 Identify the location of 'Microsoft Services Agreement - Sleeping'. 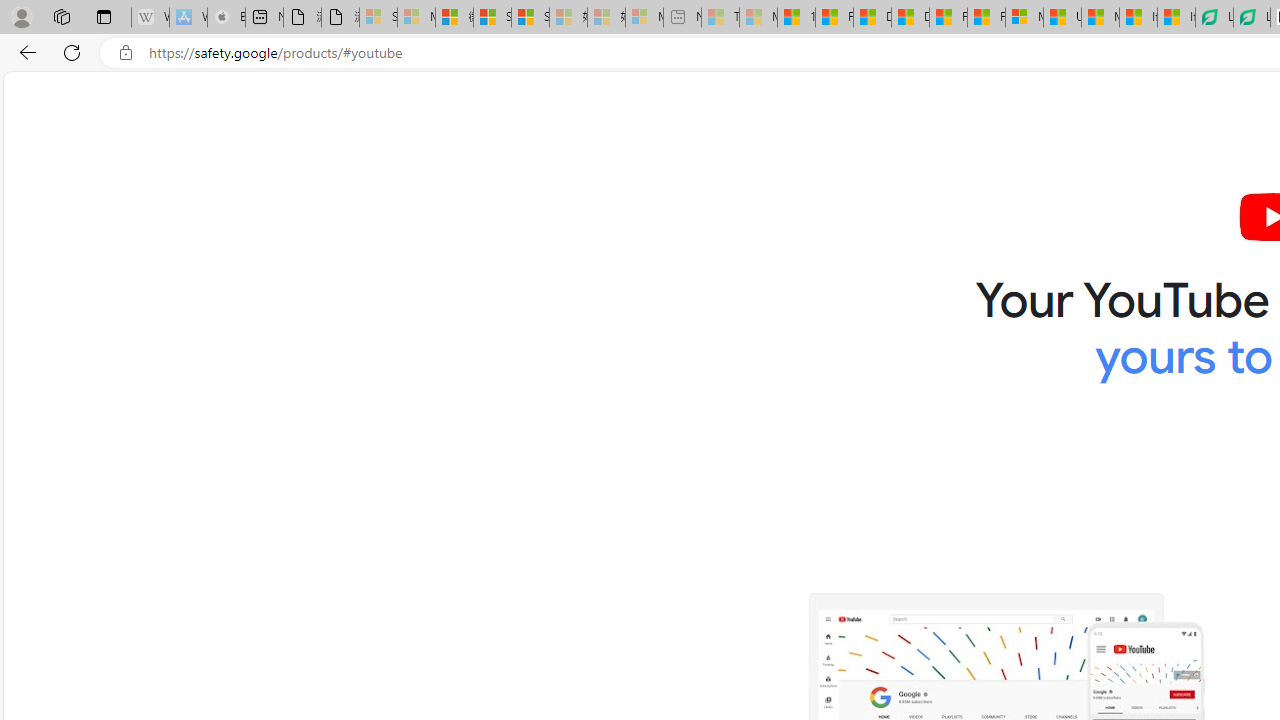
(415, 17).